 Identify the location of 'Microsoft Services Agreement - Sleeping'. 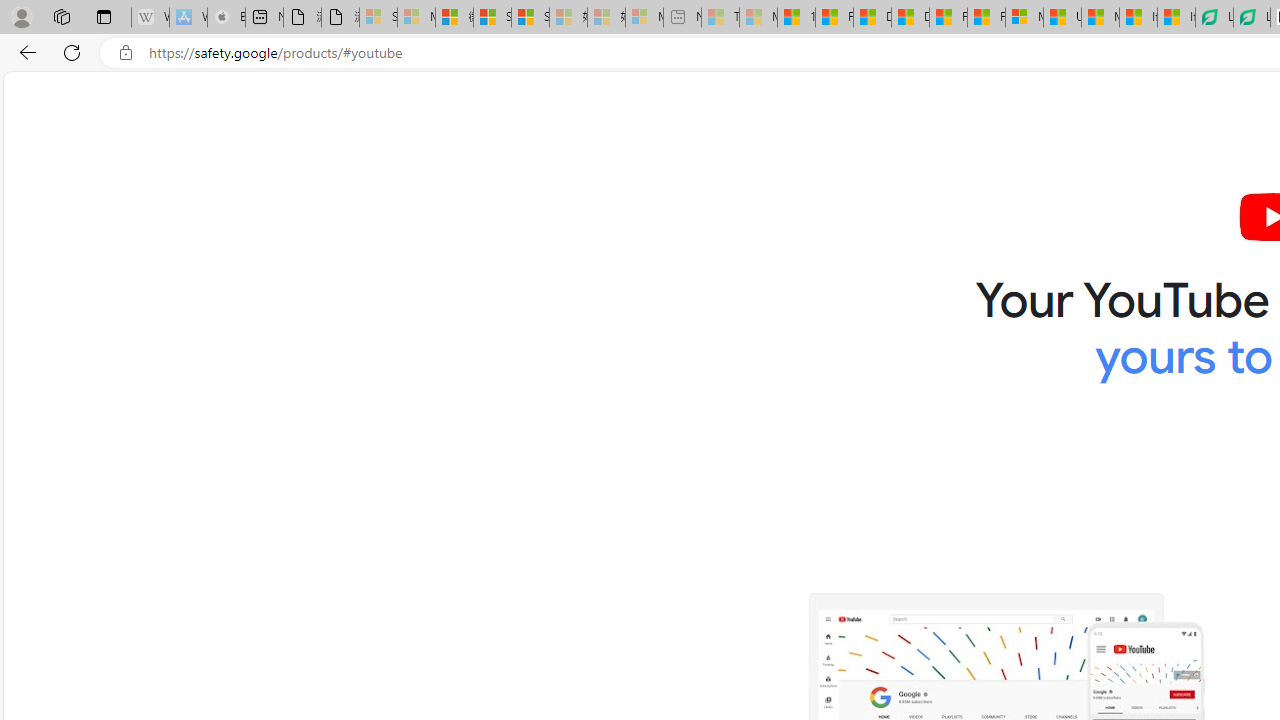
(415, 17).